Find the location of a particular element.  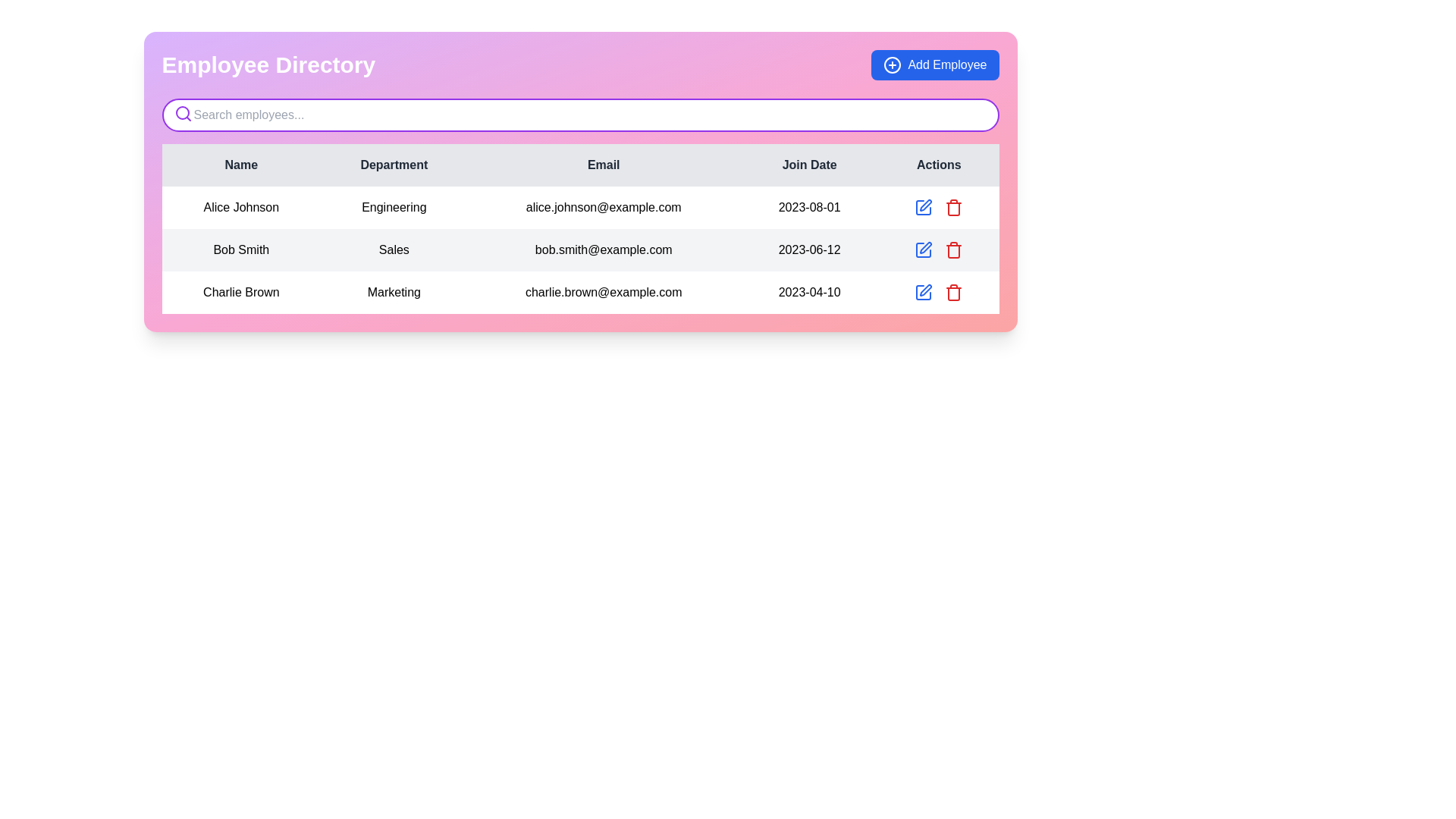

the search icon located to the left of the 'Search employees...' input field, which signifies a search action is located at coordinates (182, 113).